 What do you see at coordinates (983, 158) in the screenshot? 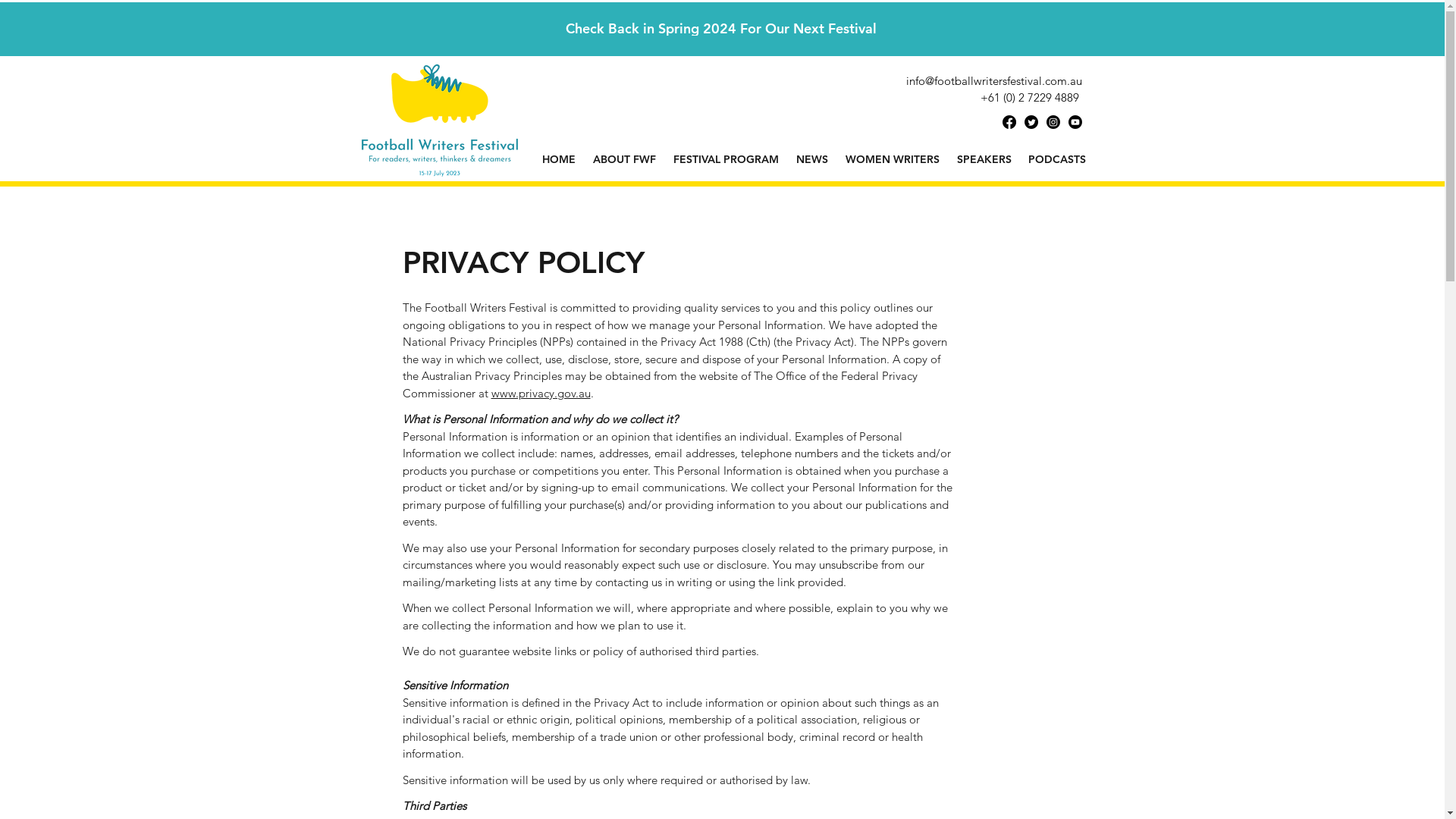
I see `'SPEAKERS'` at bounding box center [983, 158].